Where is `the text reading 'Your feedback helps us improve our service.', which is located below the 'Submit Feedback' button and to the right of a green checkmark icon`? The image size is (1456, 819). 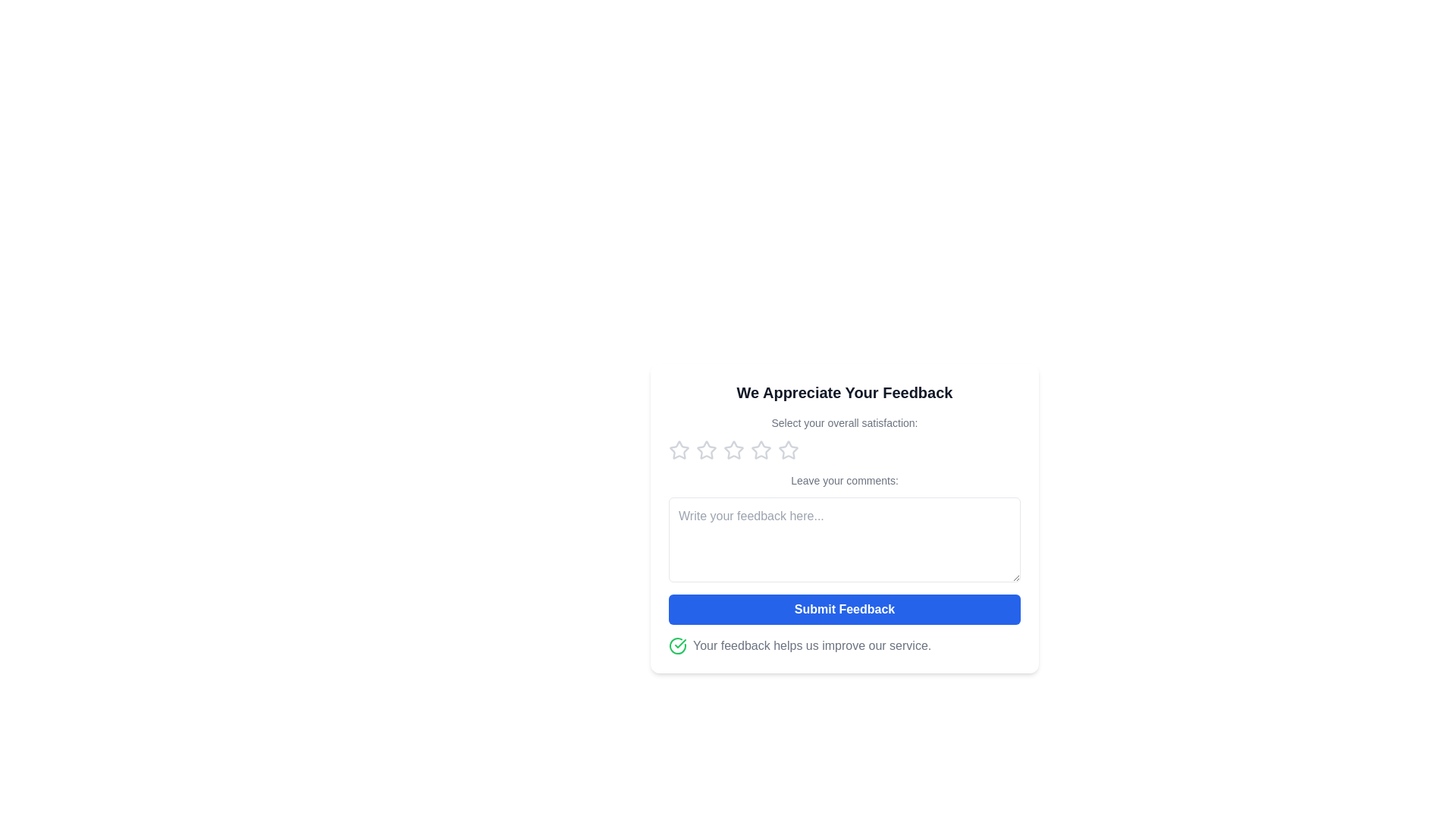 the text reading 'Your feedback helps us improve our service.', which is located below the 'Submit Feedback' button and to the right of a green checkmark icon is located at coordinates (811, 646).